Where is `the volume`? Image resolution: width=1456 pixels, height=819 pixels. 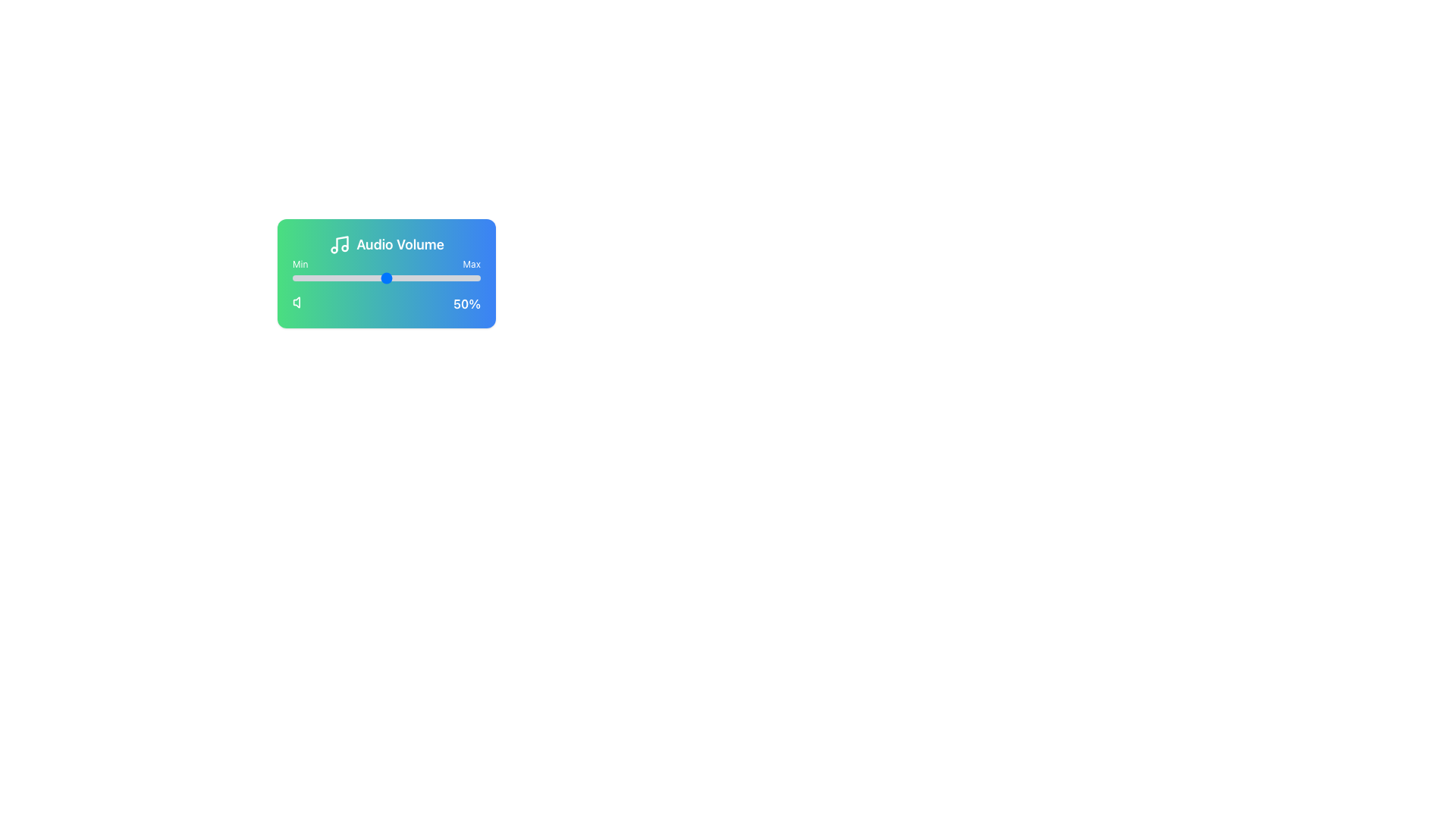 the volume is located at coordinates (335, 278).